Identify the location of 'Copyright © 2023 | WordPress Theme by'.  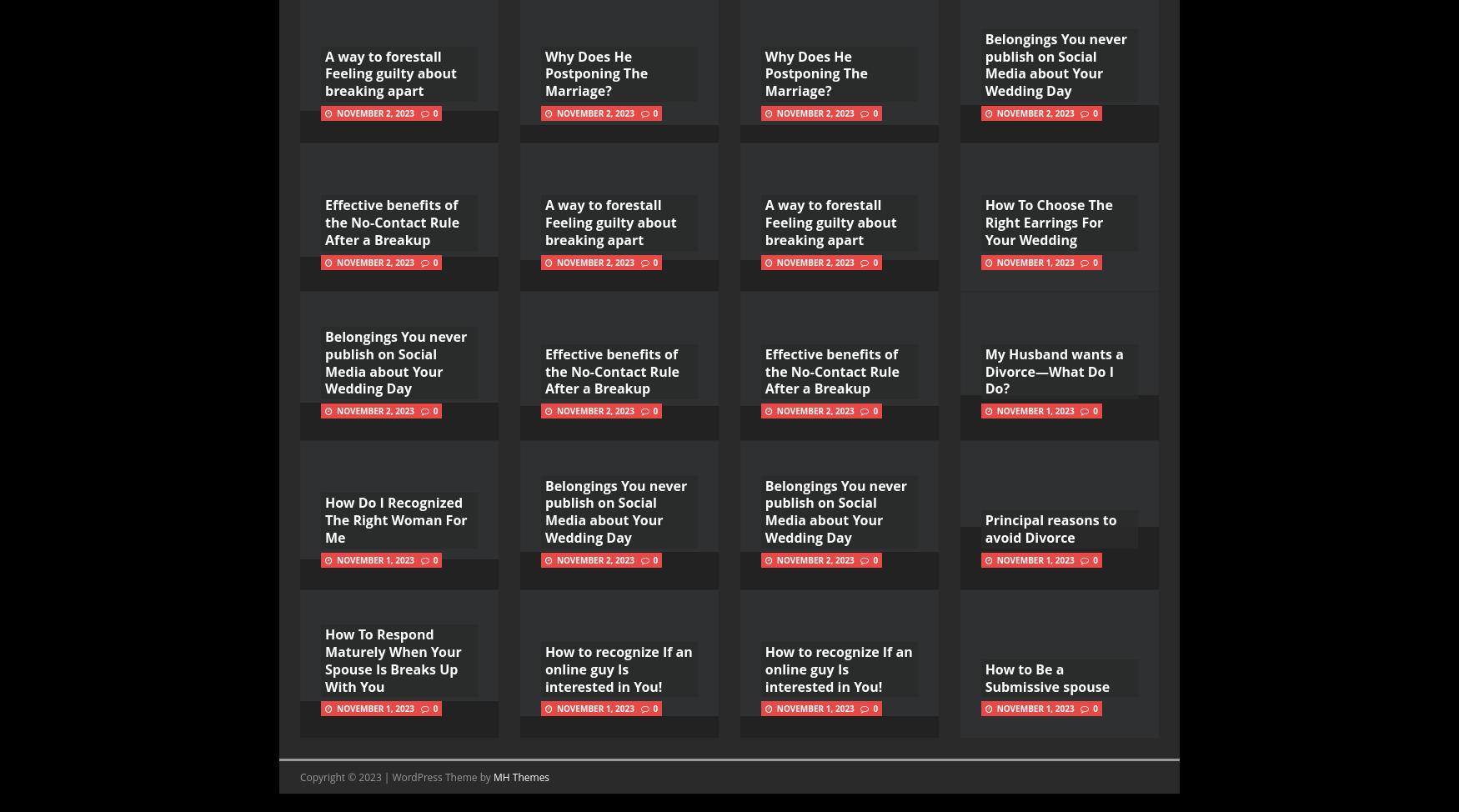
(396, 777).